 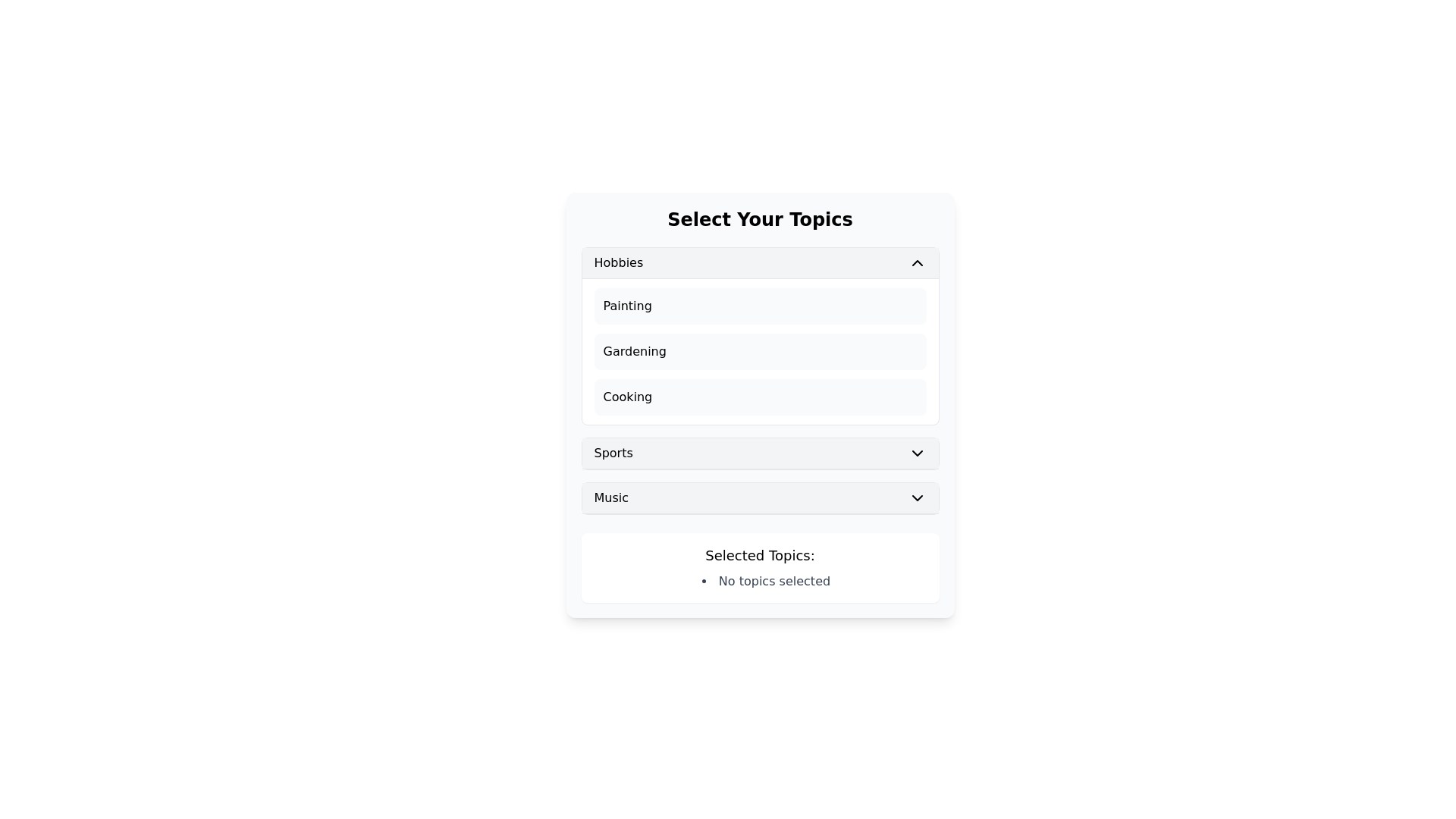 I want to click on the button-like list item labeled 'Gardening' located in the middle section under the header 'Hobbies', positioned between 'Painting' and 'Cooking', so click(x=760, y=351).